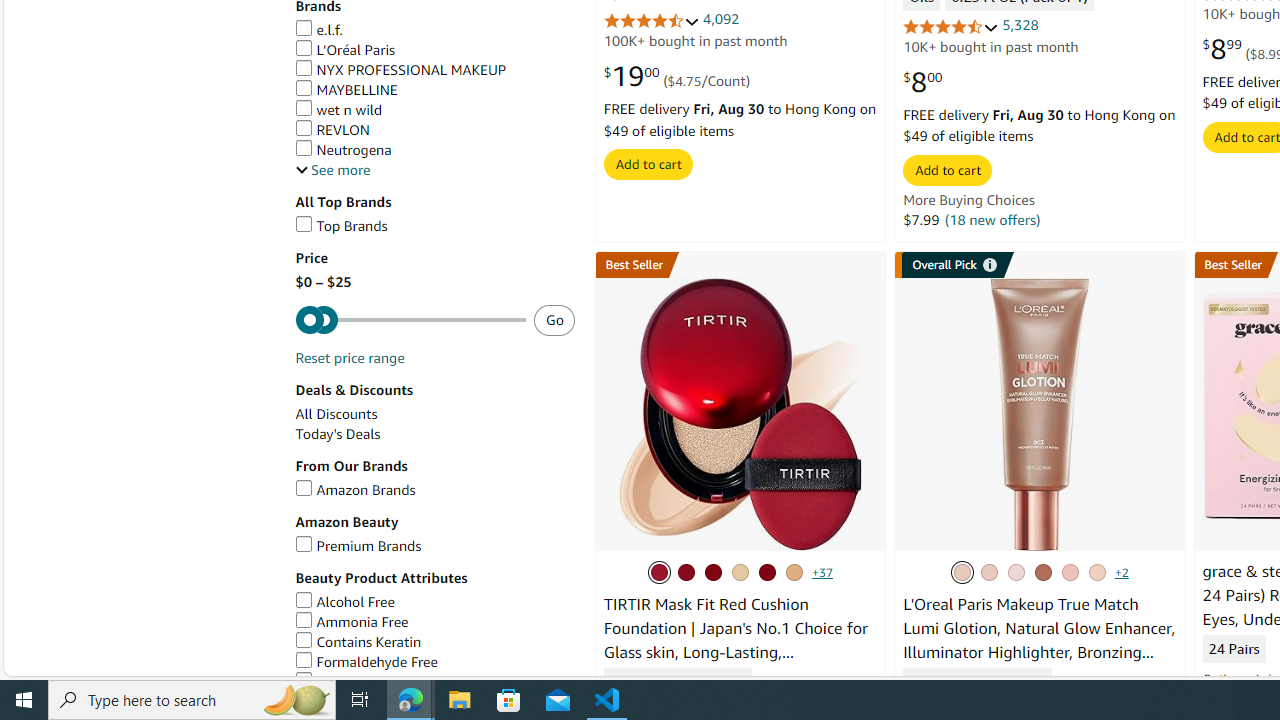  Describe the element at coordinates (409, 319) in the screenshot. I see `'Maximum'` at that location.